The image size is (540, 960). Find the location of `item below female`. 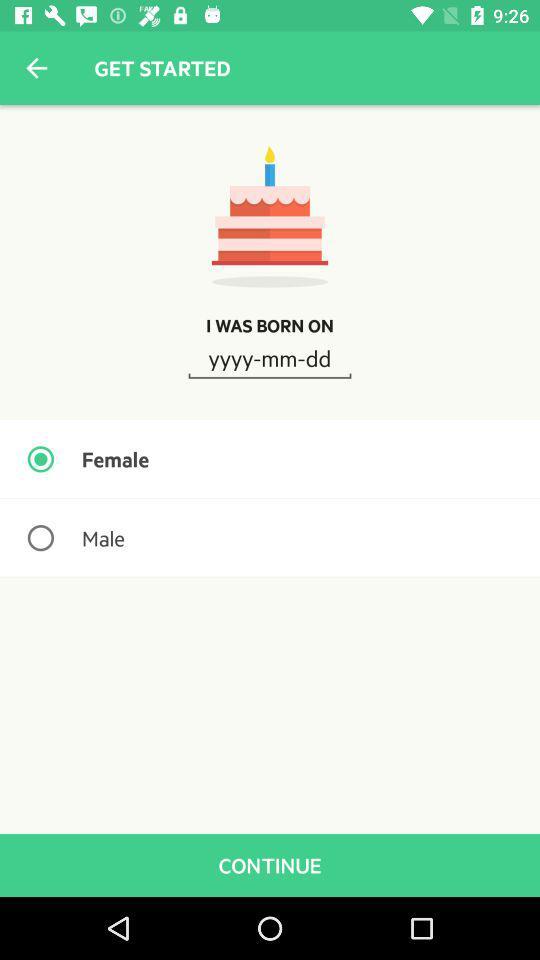

item below female is located at coordinates (270, 537).